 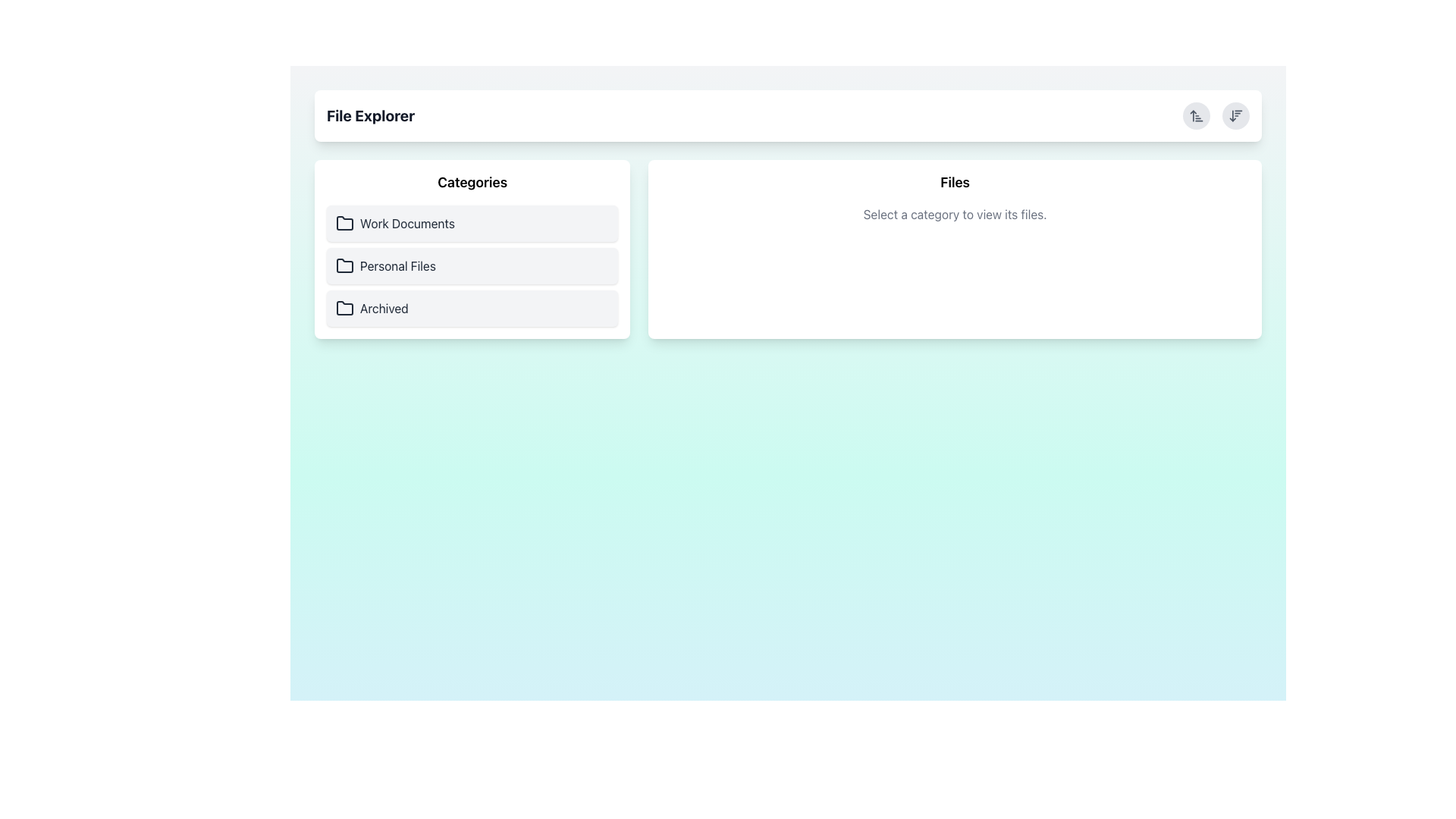 I want to click on the static text displaying 'Select a category, so click(x=954, y=214).